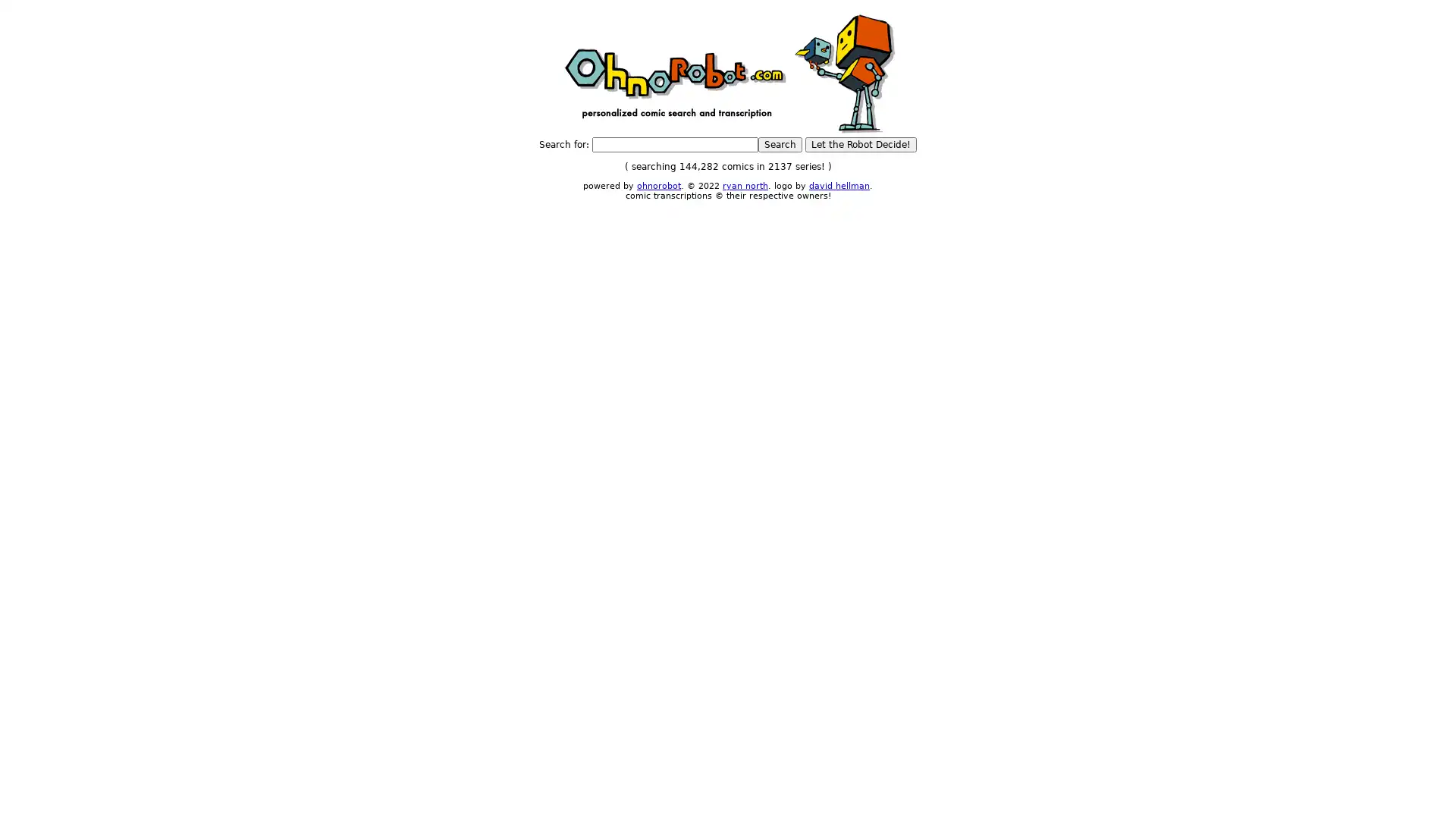 Image resolution: width=1456 pixels, height=819 pixels. I want to click on Search, so click(780, 145).